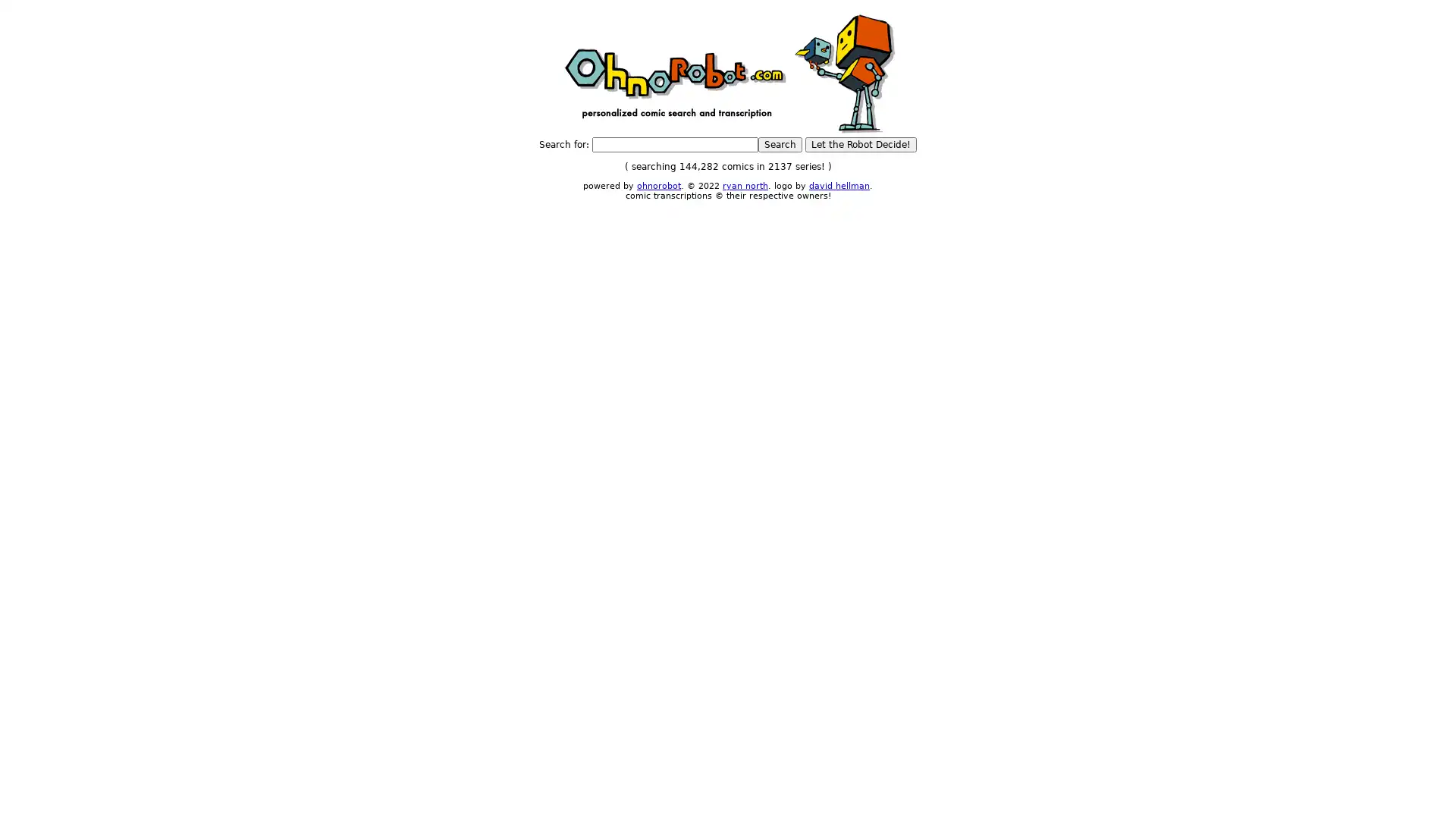 Image resolution: width=1456 pixels, height=819 pixels. I want to click on Search, so click(780, 145).